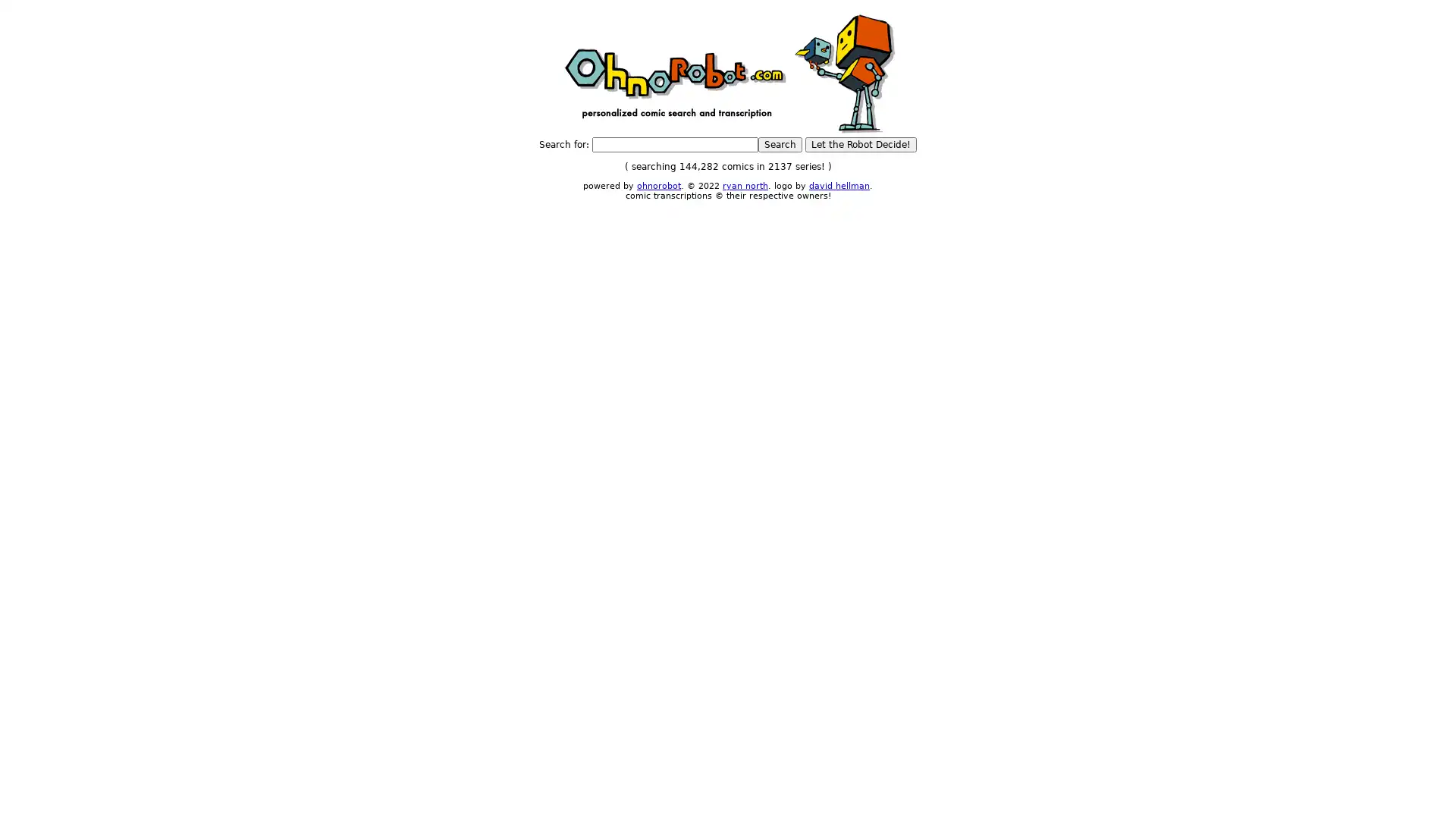 Image resolution: width=1456 pixels, height=819 pixels. I want to click on Search, so click(780, 145).